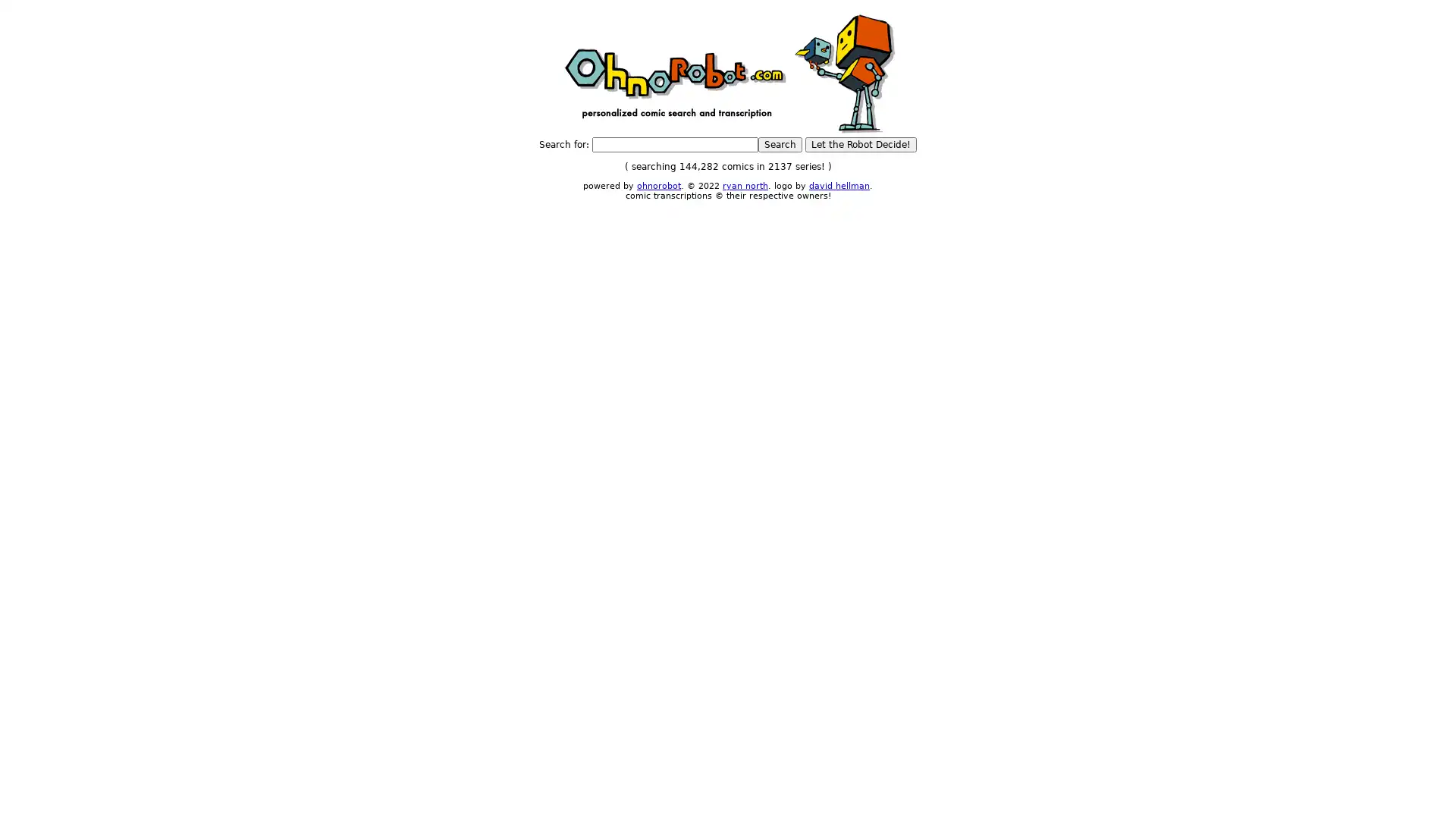 Image resolution: width=1456 pixels, height=819 pixels. I want to click on Search, so click(780, 145).